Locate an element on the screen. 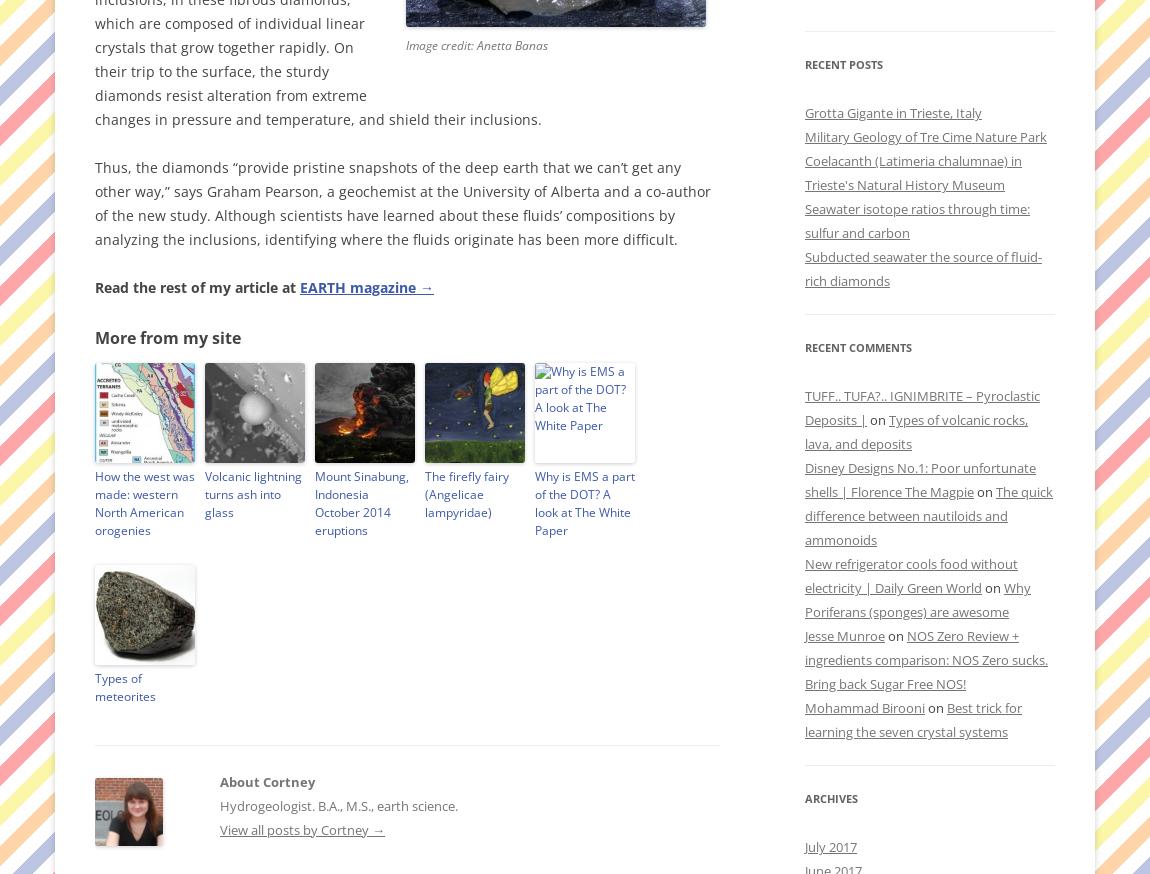 The width and height of the screenshot is (1150, 874). 'Subducted seawater the source of fluid-rich diamonds' is located at coordinates (923, 269).